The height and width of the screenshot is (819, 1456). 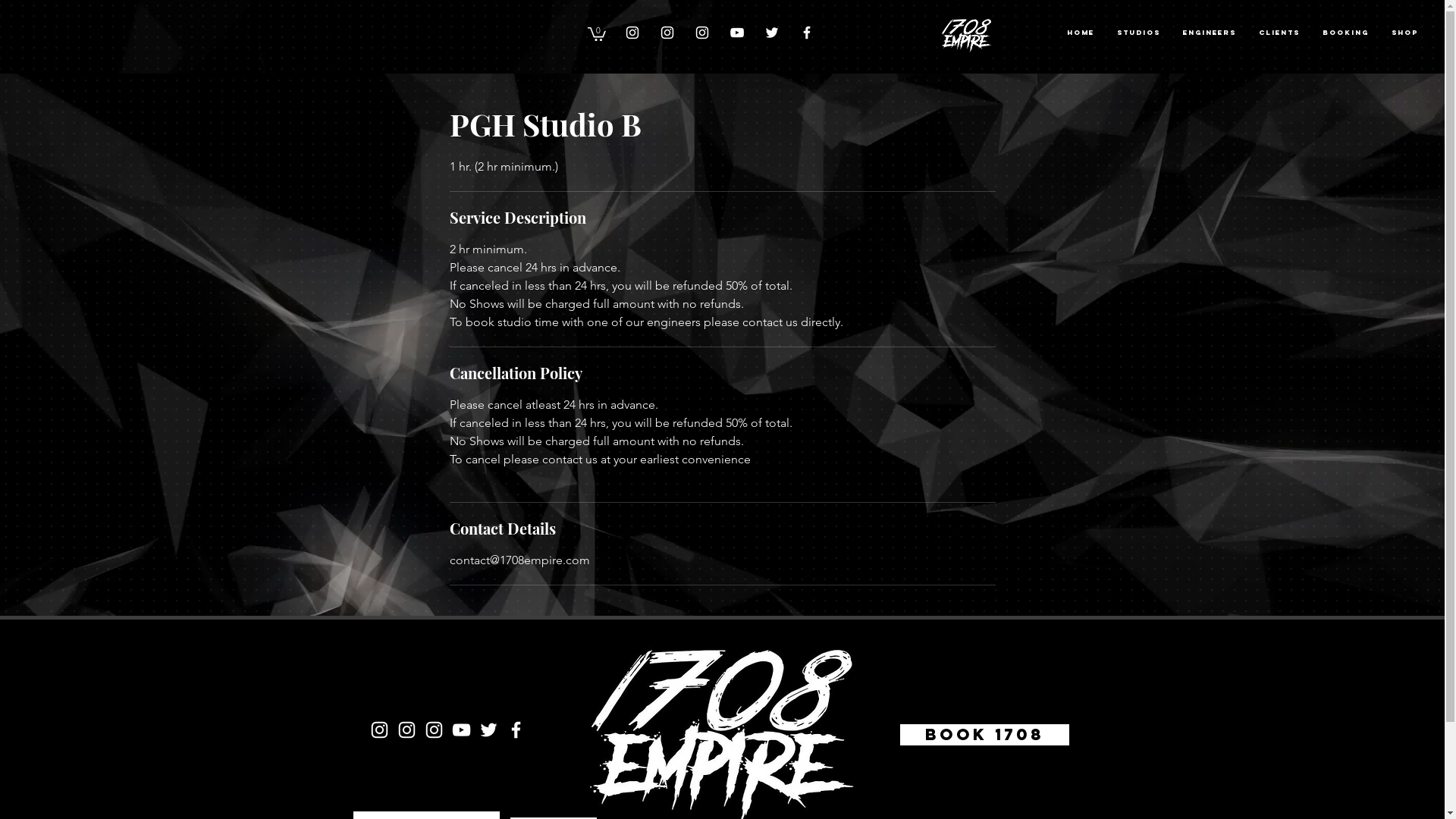 What do you see at coordinates (984, 733) in the screenshot?
I see `'Book 1708'` at bounding box center [984, 733].